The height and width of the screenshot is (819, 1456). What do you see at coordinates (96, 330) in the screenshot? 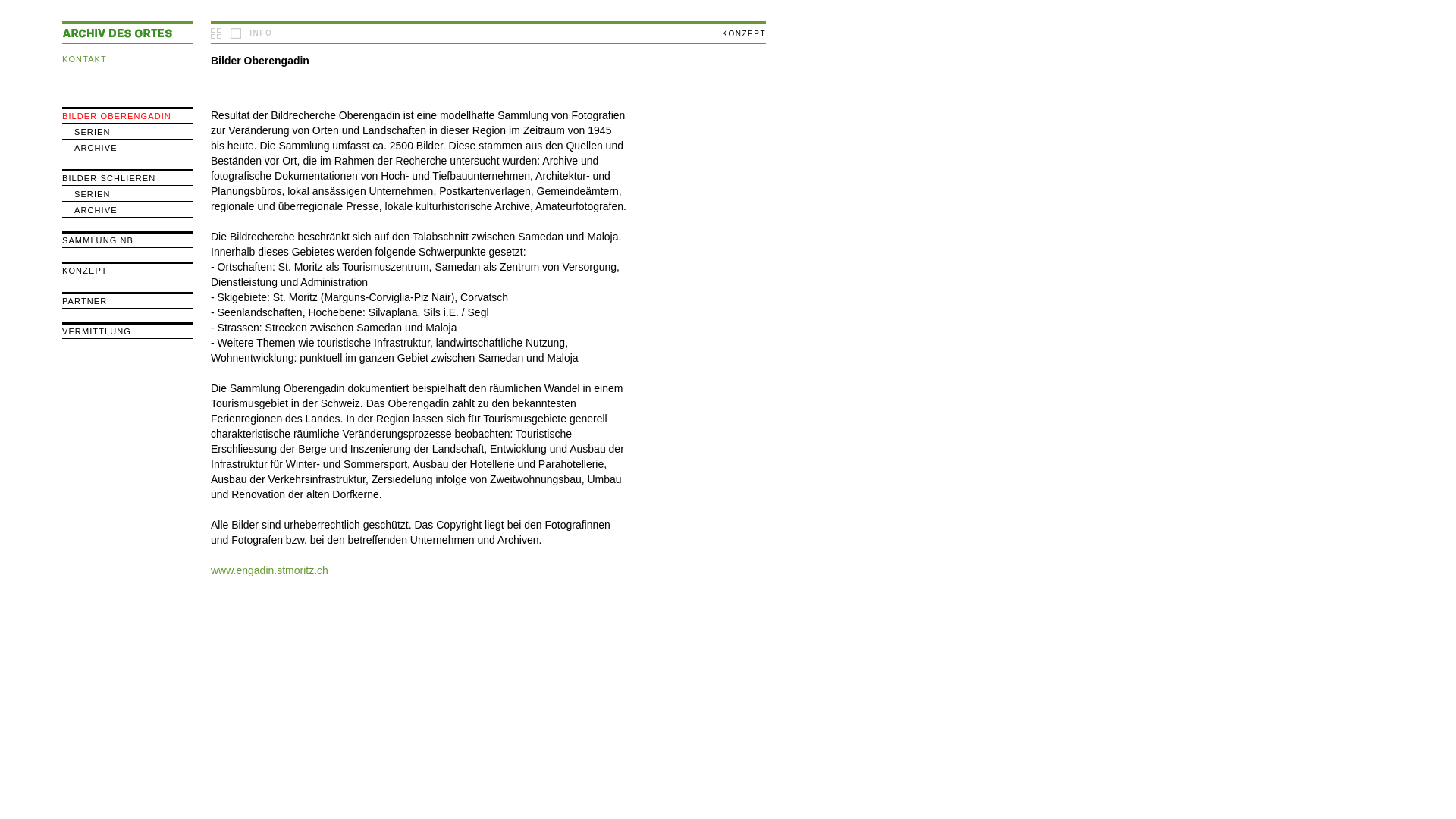
I see `'VERMITTLUNG'` at bounding box center [96, 330].